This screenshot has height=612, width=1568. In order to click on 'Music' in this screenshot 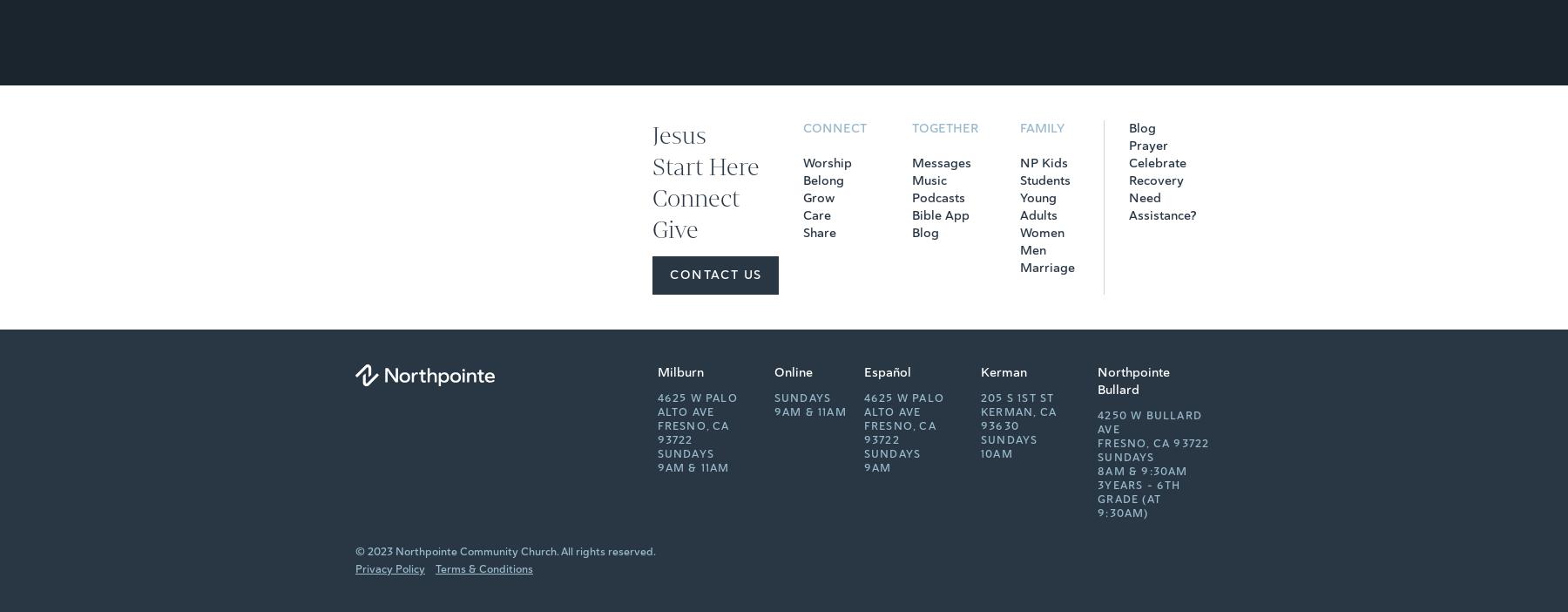, I will do `click(910, 180)`.